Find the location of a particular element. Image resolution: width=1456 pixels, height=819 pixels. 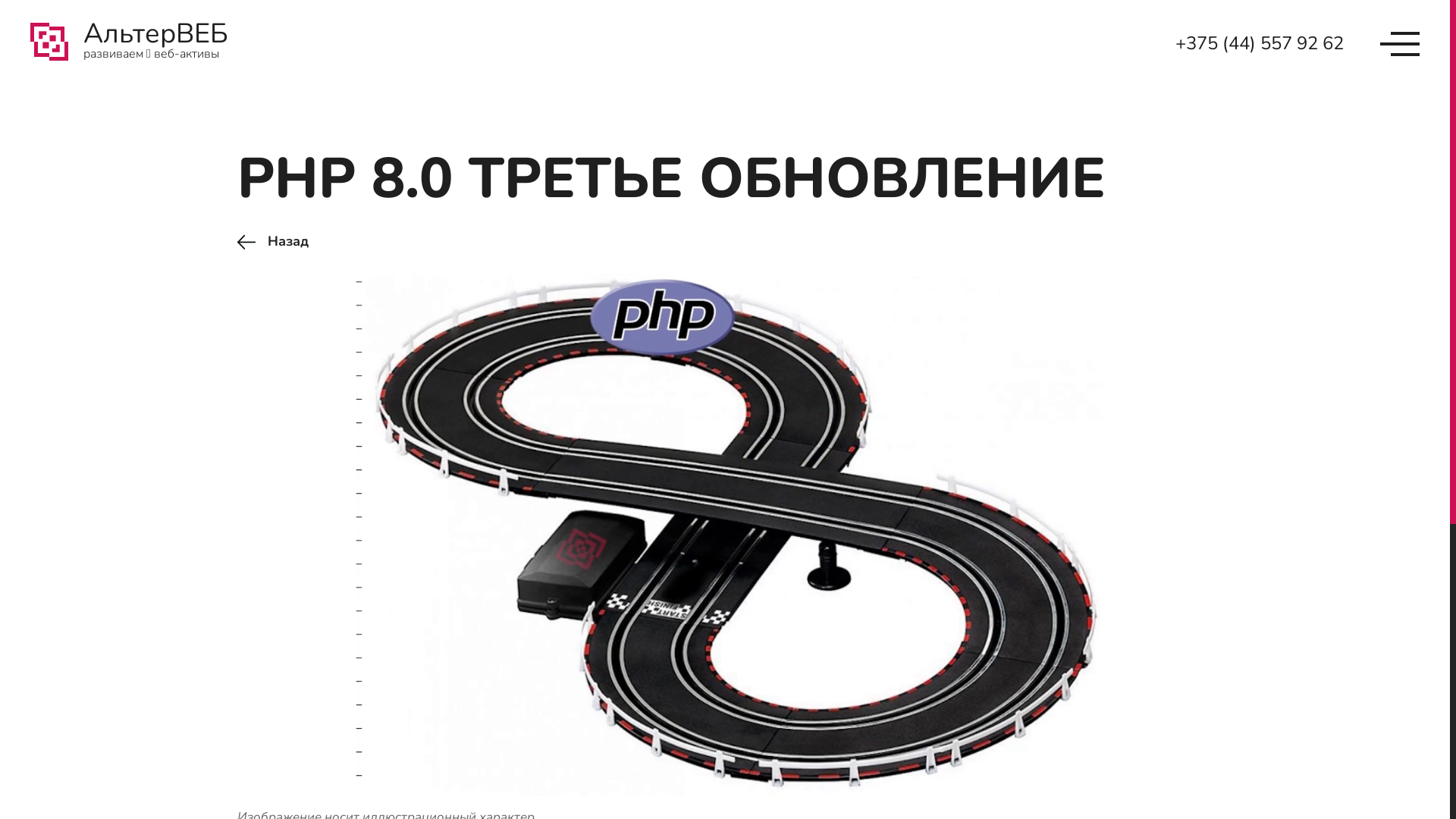

'+375 (44) 557 92 62' is located at coordinates (1259, 42).